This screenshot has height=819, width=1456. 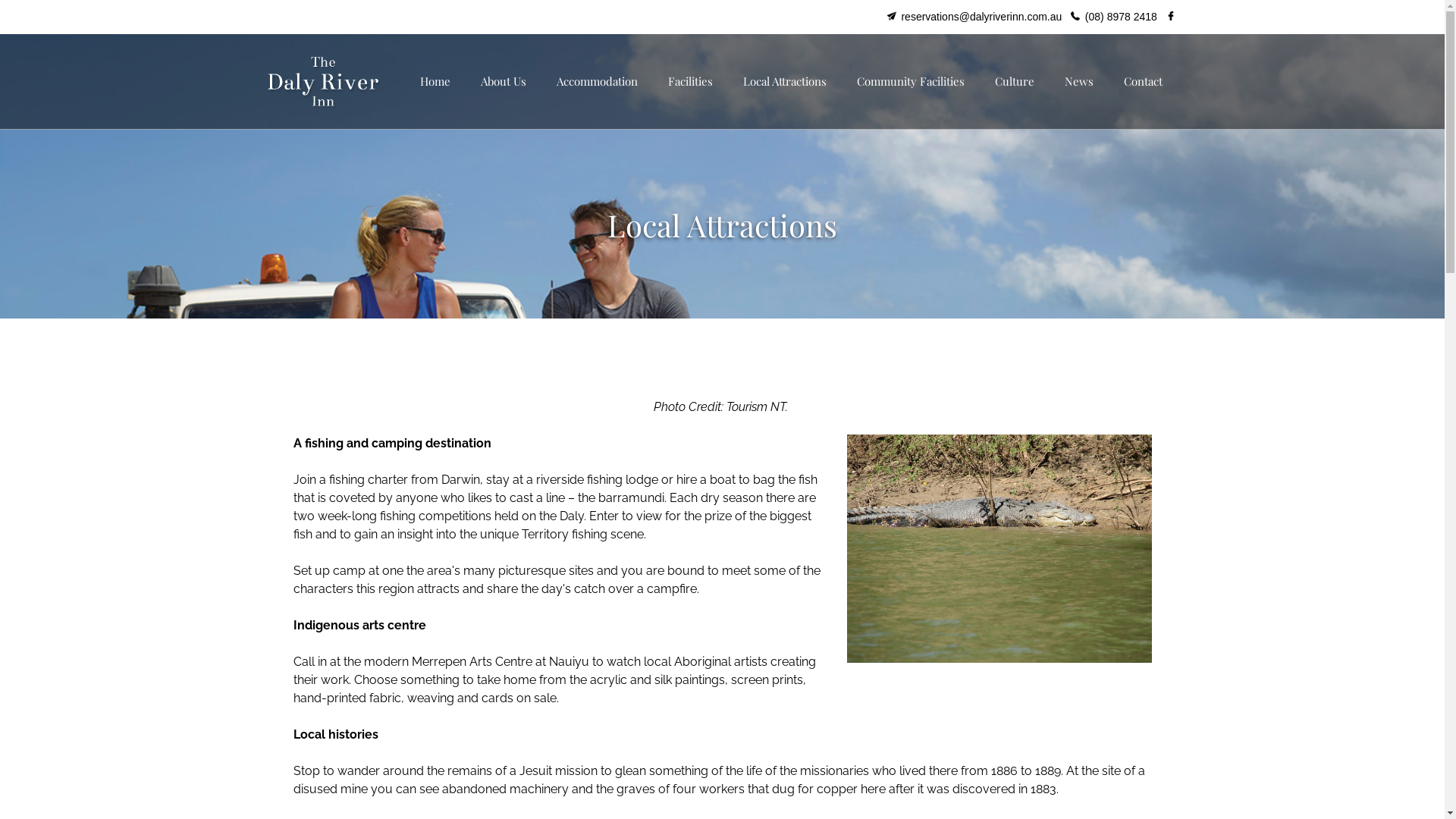 I want to click on 'Contact', so click(x=1143, y=81).